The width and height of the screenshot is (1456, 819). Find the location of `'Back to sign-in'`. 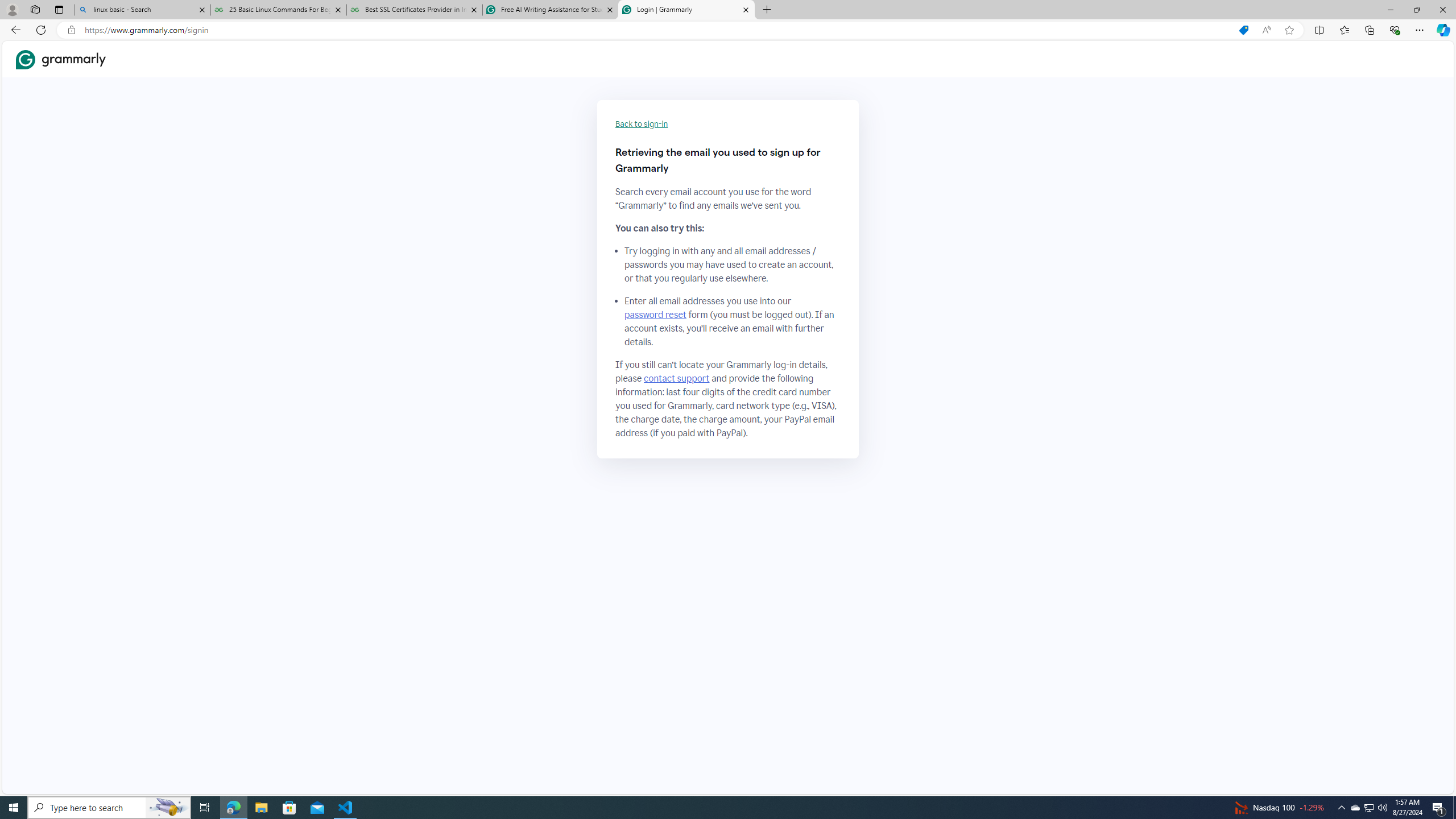

'Back to sign-in' is located at coordinates (642, 124).